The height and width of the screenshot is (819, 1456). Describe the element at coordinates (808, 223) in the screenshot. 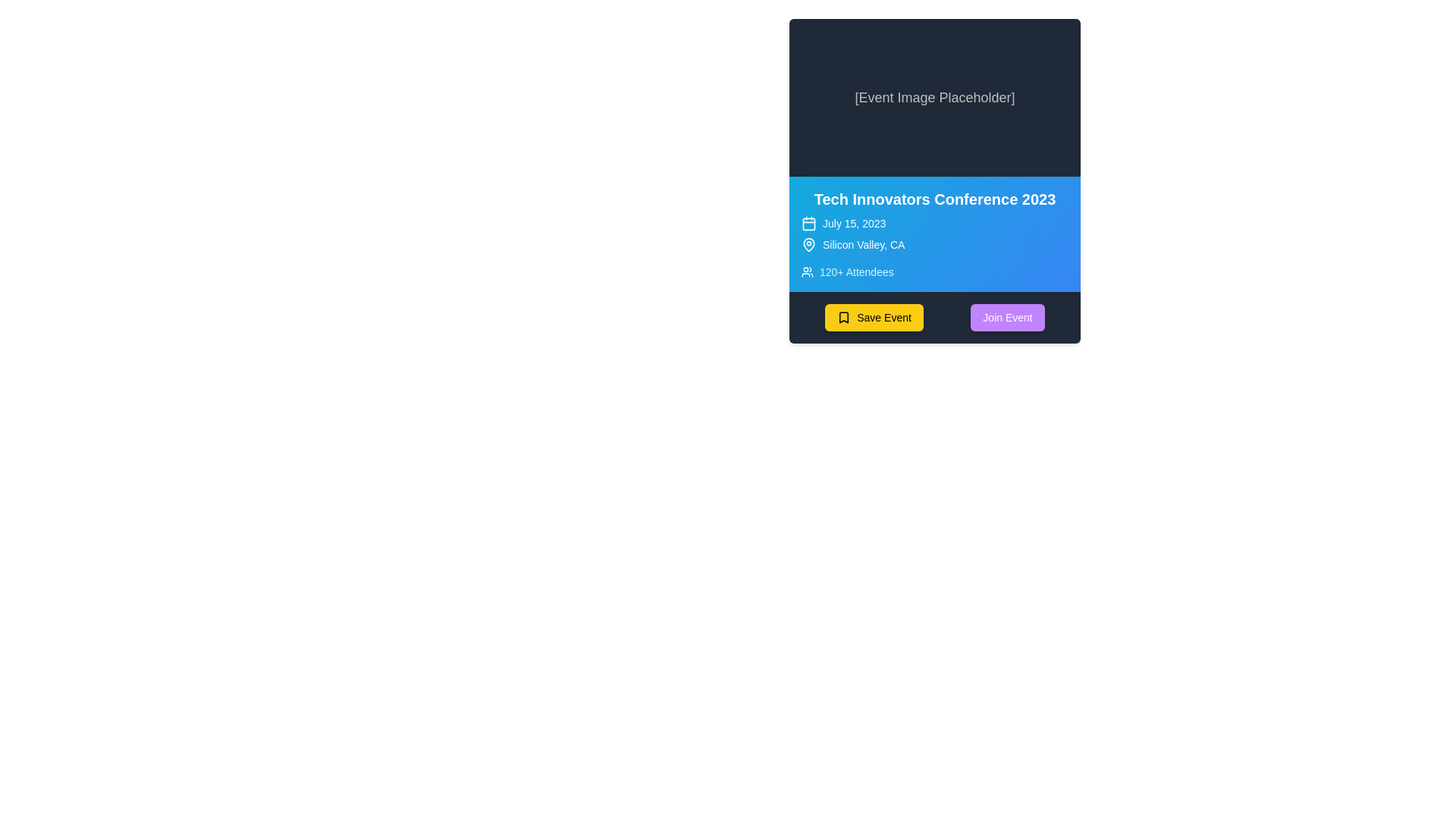

I see `the decorative visual element inside the calendar icon located to the left of the text 'July 15, 2023' under the title 'Tech Innovators Conference 2023'` at that location.